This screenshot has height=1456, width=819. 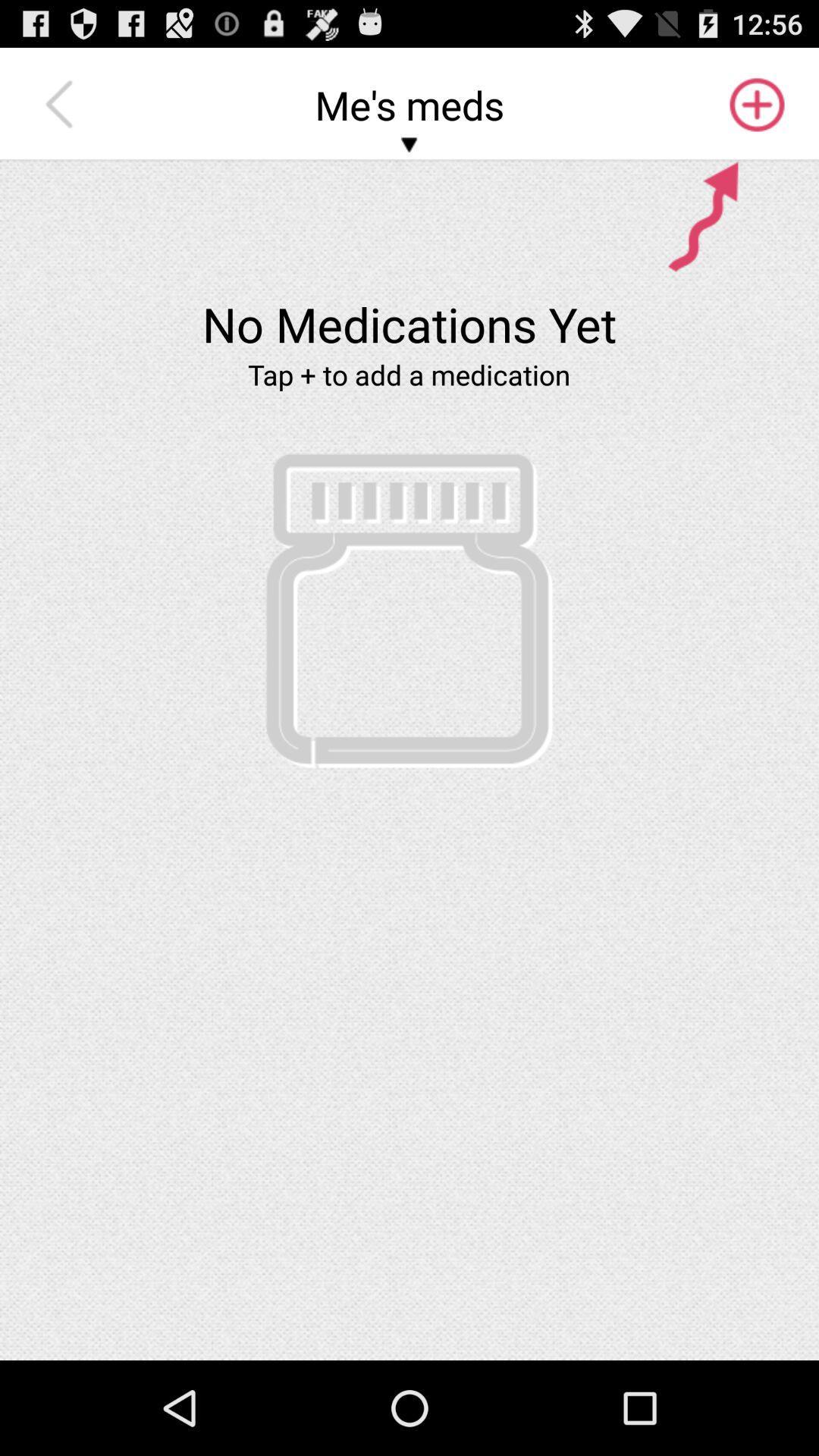 I want to click on the icon next to me's meds, so click(x=755, y=104).